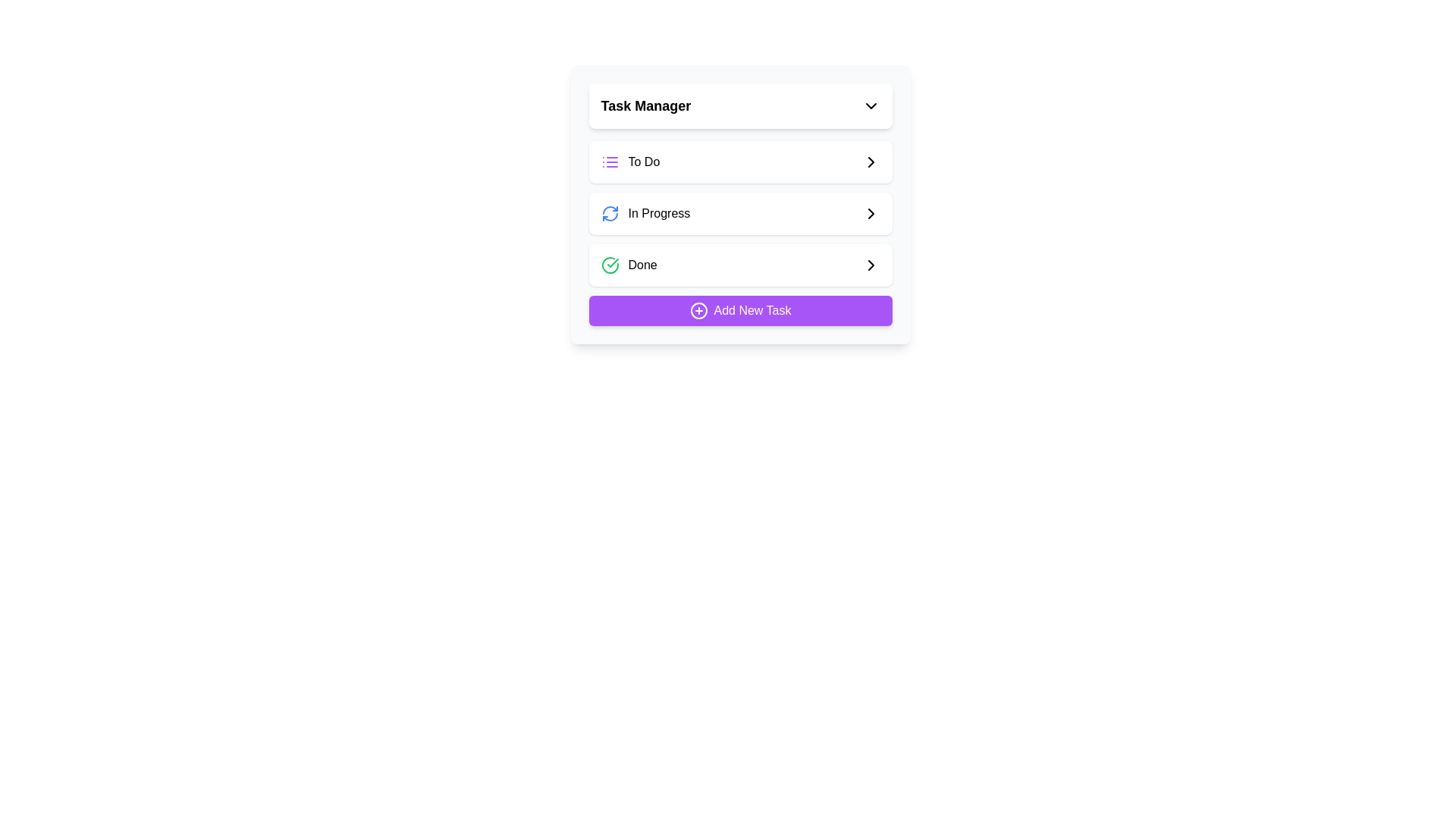 This screenshot has height=819, width=1456. I want to click on the purple list icon located in the 'To Do' section, positioned left of the 'To Do' text, so click(610, 162).